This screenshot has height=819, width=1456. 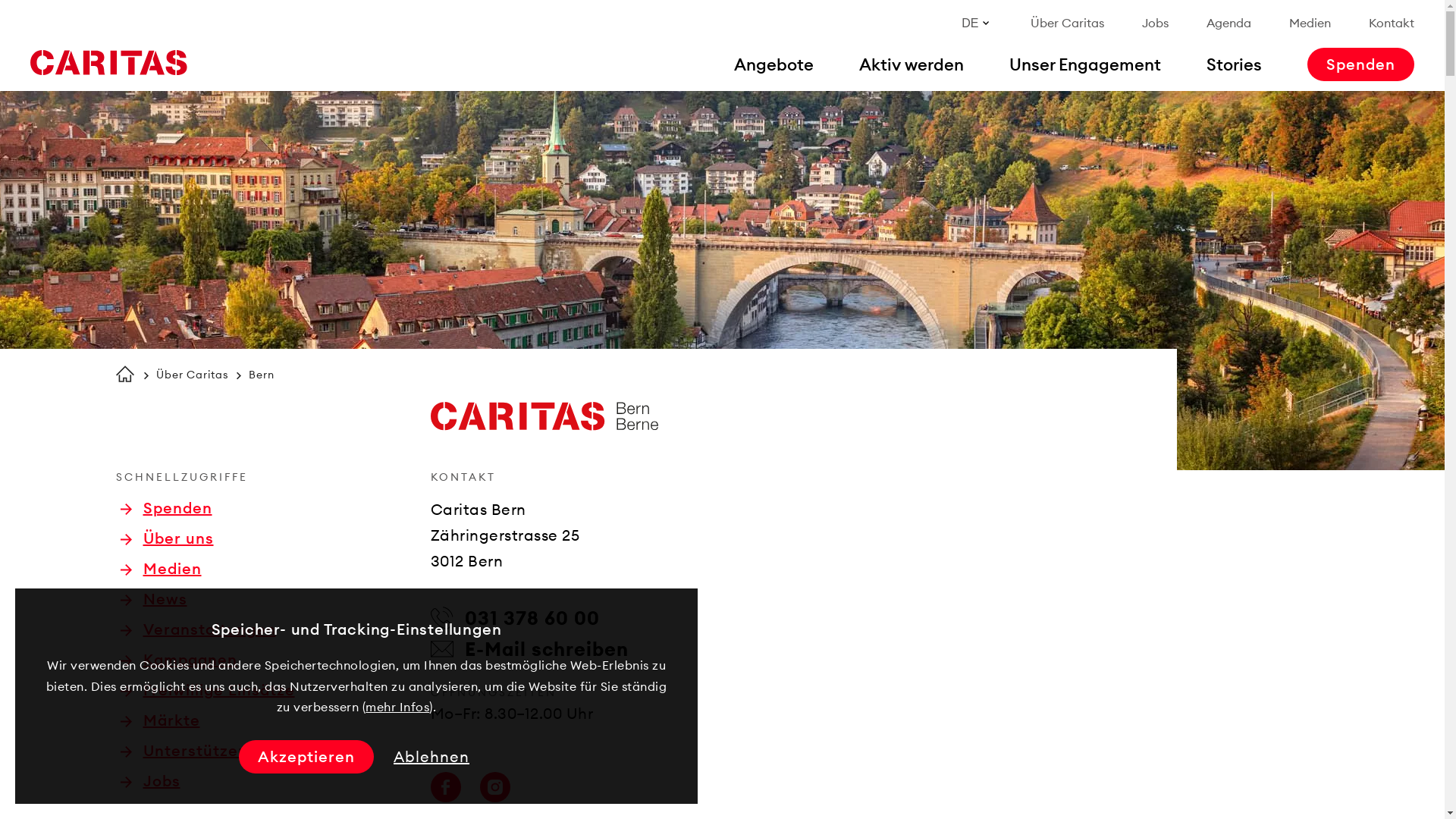 I want to click on 'News', so click(x=152, y=598).